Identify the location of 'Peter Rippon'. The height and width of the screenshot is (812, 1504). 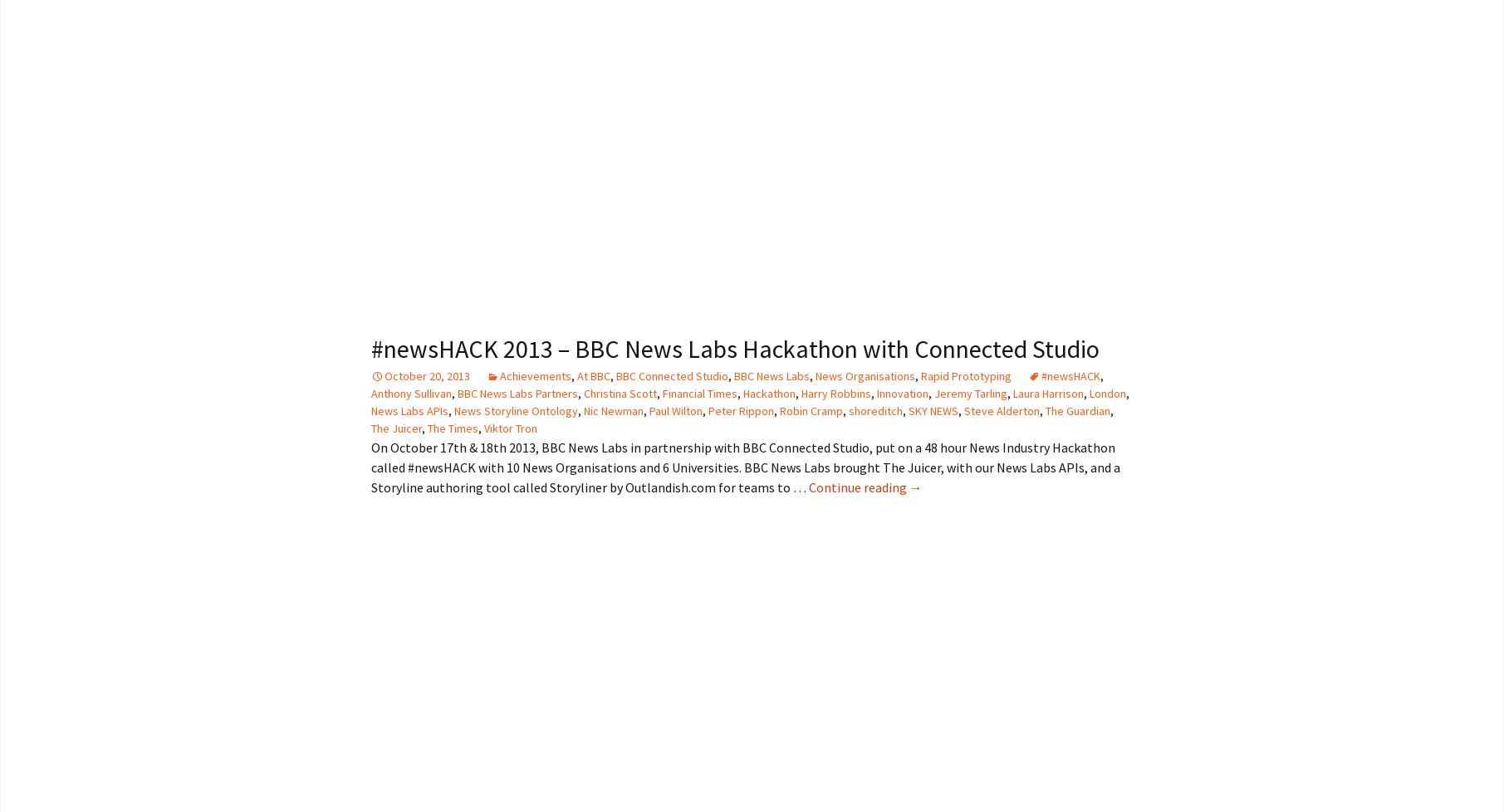
(740, 409).